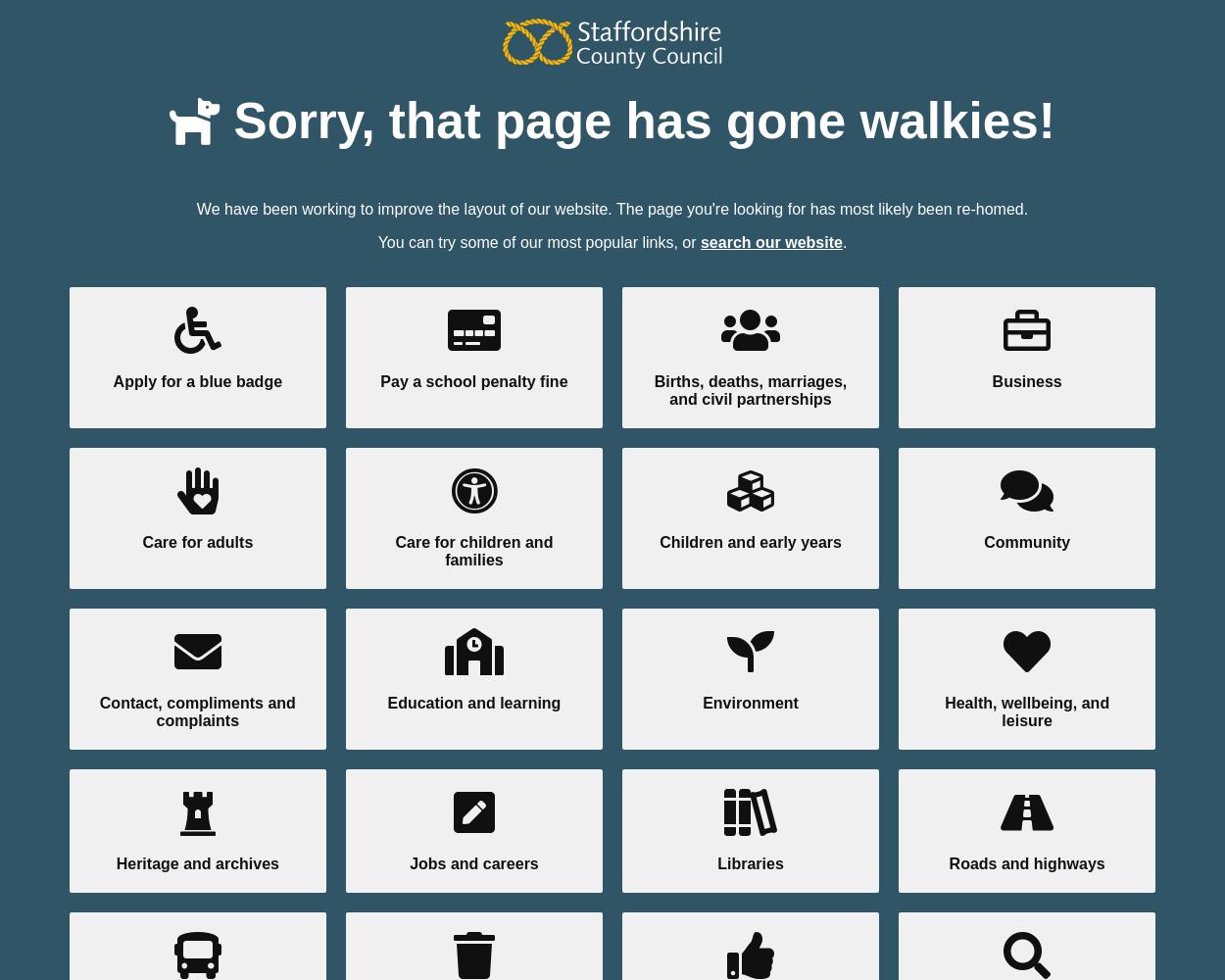  I want to click on 'Education and learning', so click(387, 701).